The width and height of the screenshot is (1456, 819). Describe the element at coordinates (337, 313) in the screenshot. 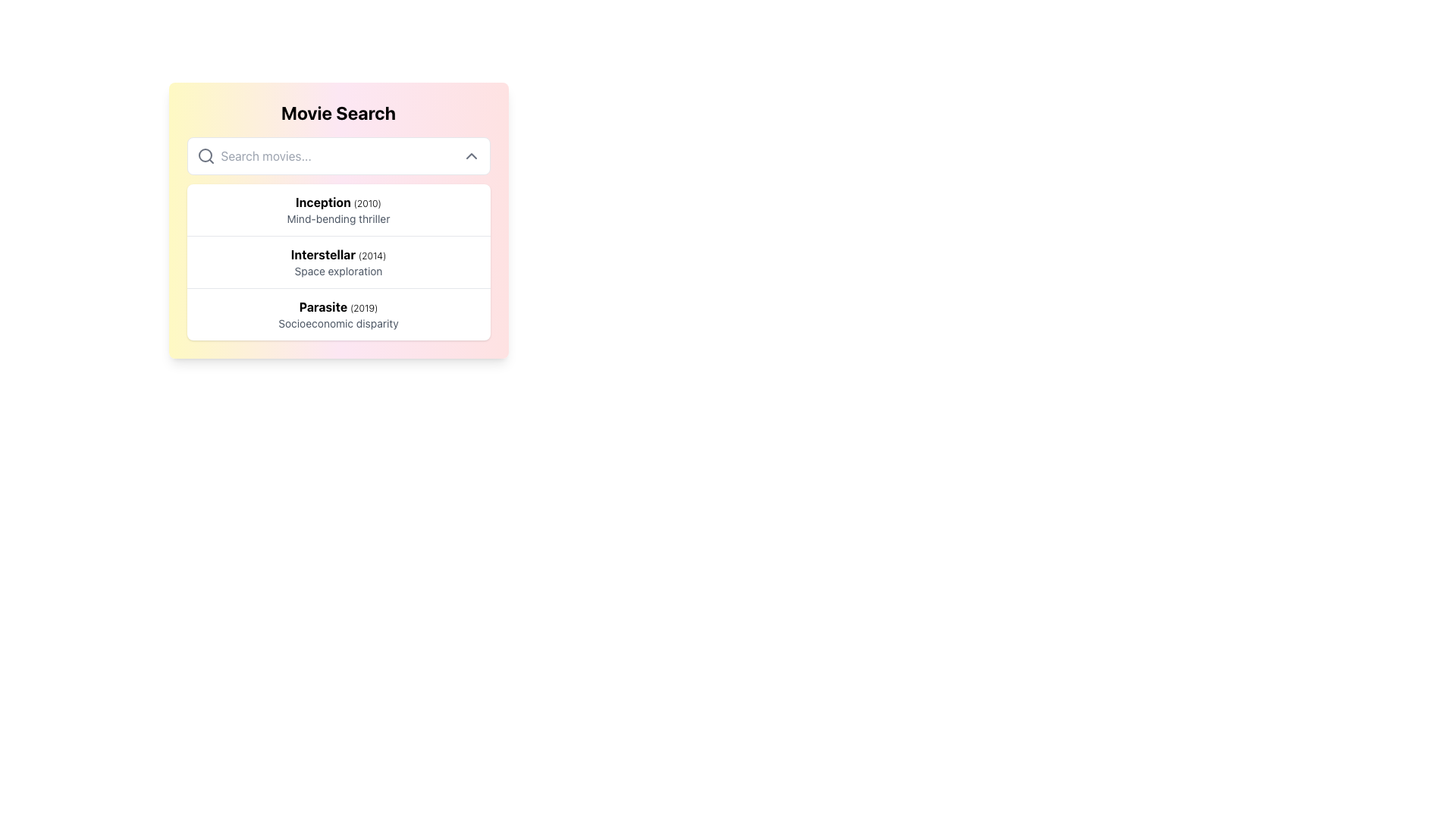

I see `the list item displaying information about the movie 'Parasite', which is the third item in the vertically stacked movie list` at that location.